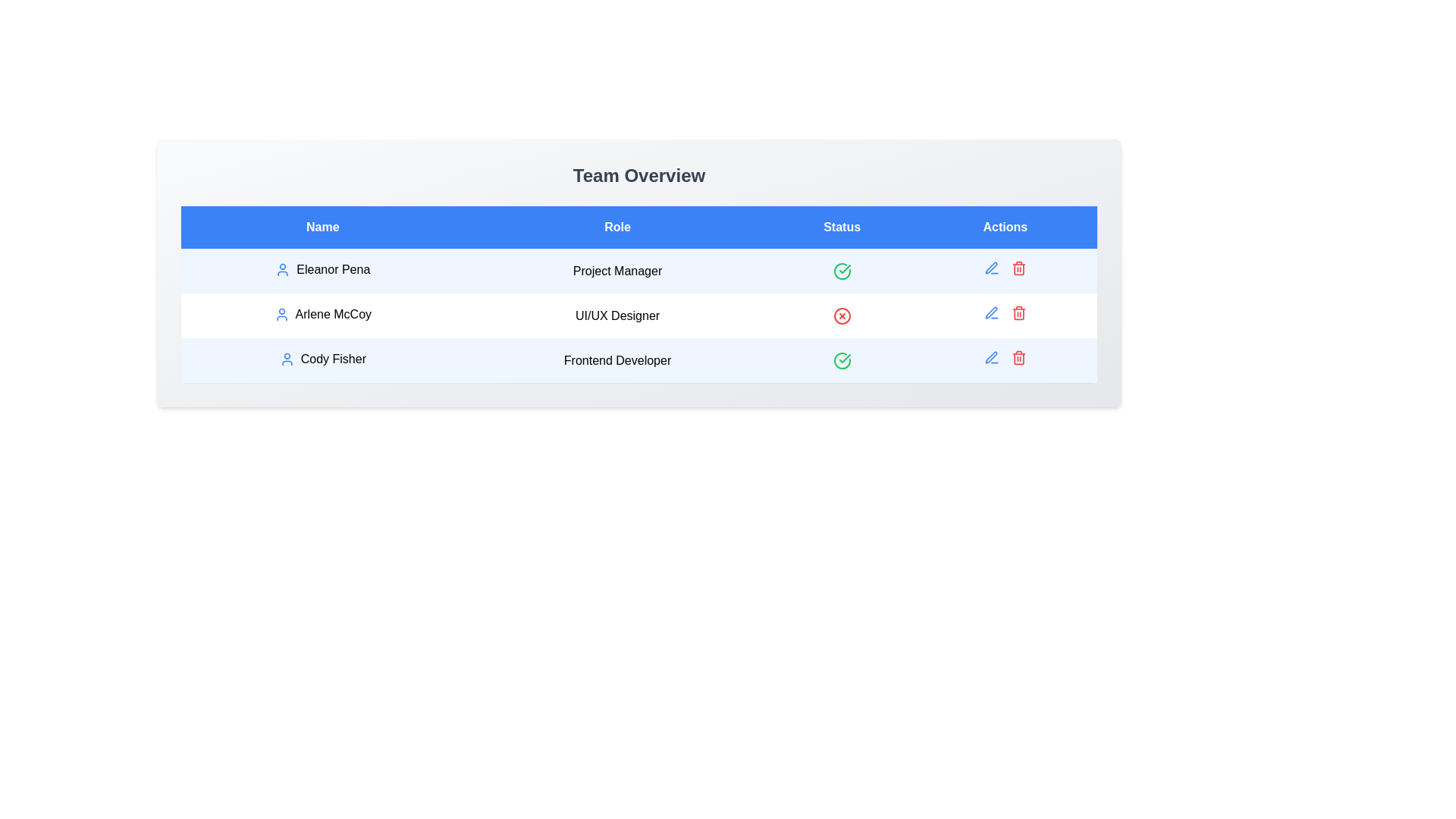 This screenshot has height=819, width=1456. I want to click on the status marker icon in the fourth column of the second row, associated with the entry for 'Arlene McCoy, UI/UX Designer', so click(841, 315).